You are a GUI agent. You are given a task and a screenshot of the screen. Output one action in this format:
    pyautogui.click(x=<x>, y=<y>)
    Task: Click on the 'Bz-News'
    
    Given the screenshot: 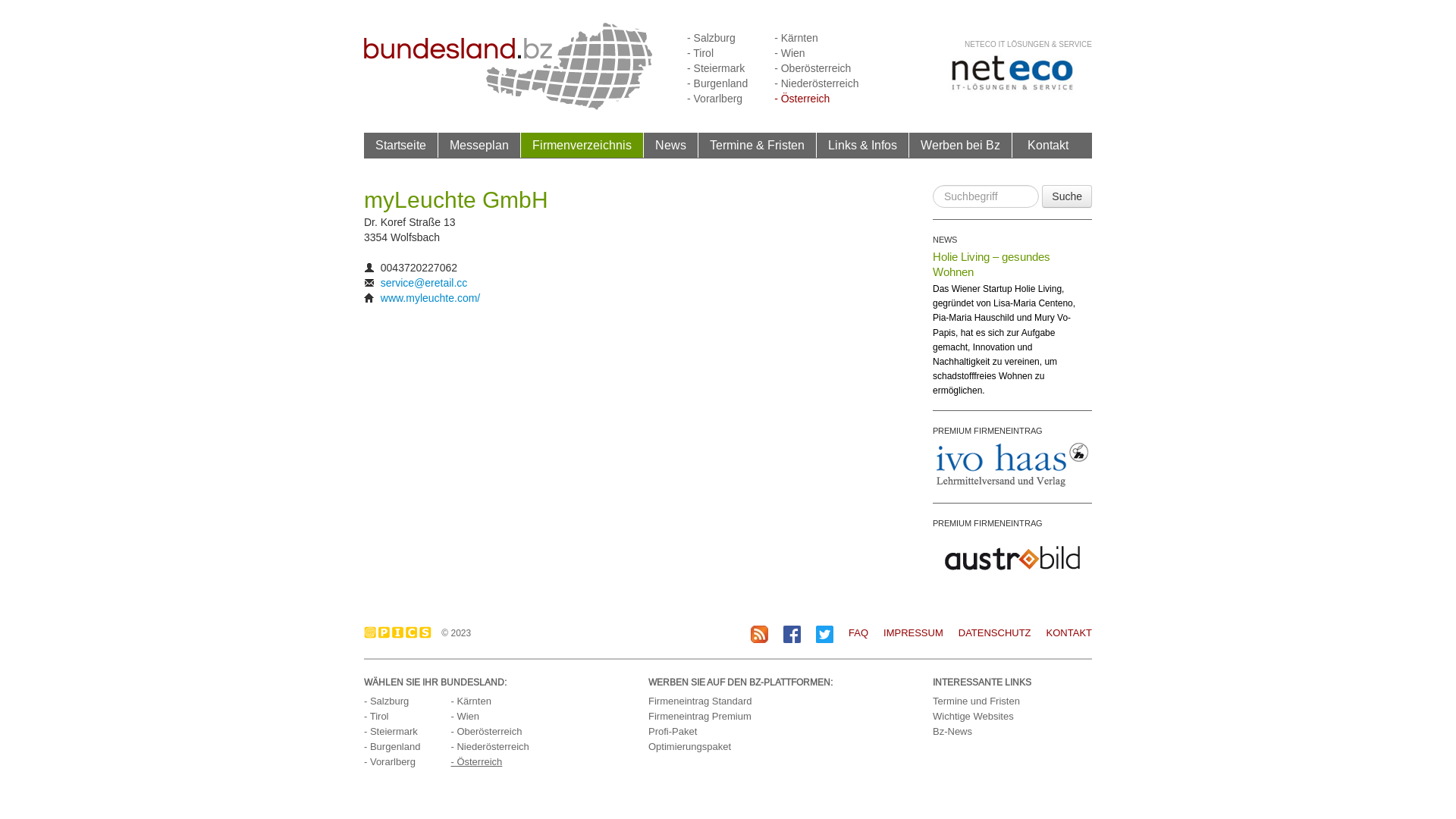 What is the action you would take?
    pyautogui.click(x=952, y=730)
    